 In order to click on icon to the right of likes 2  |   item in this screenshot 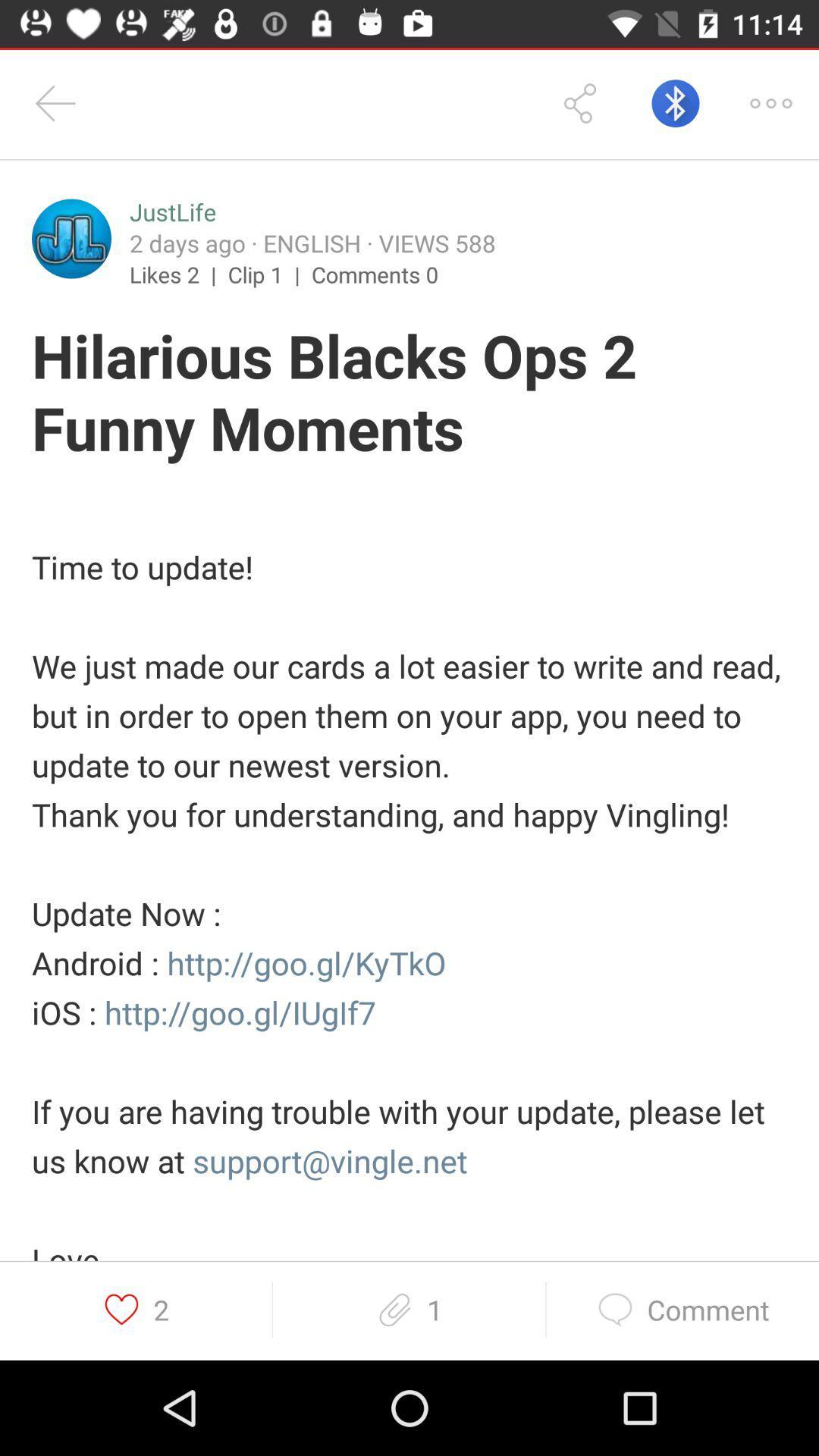, I will do `click(268, 274)`.